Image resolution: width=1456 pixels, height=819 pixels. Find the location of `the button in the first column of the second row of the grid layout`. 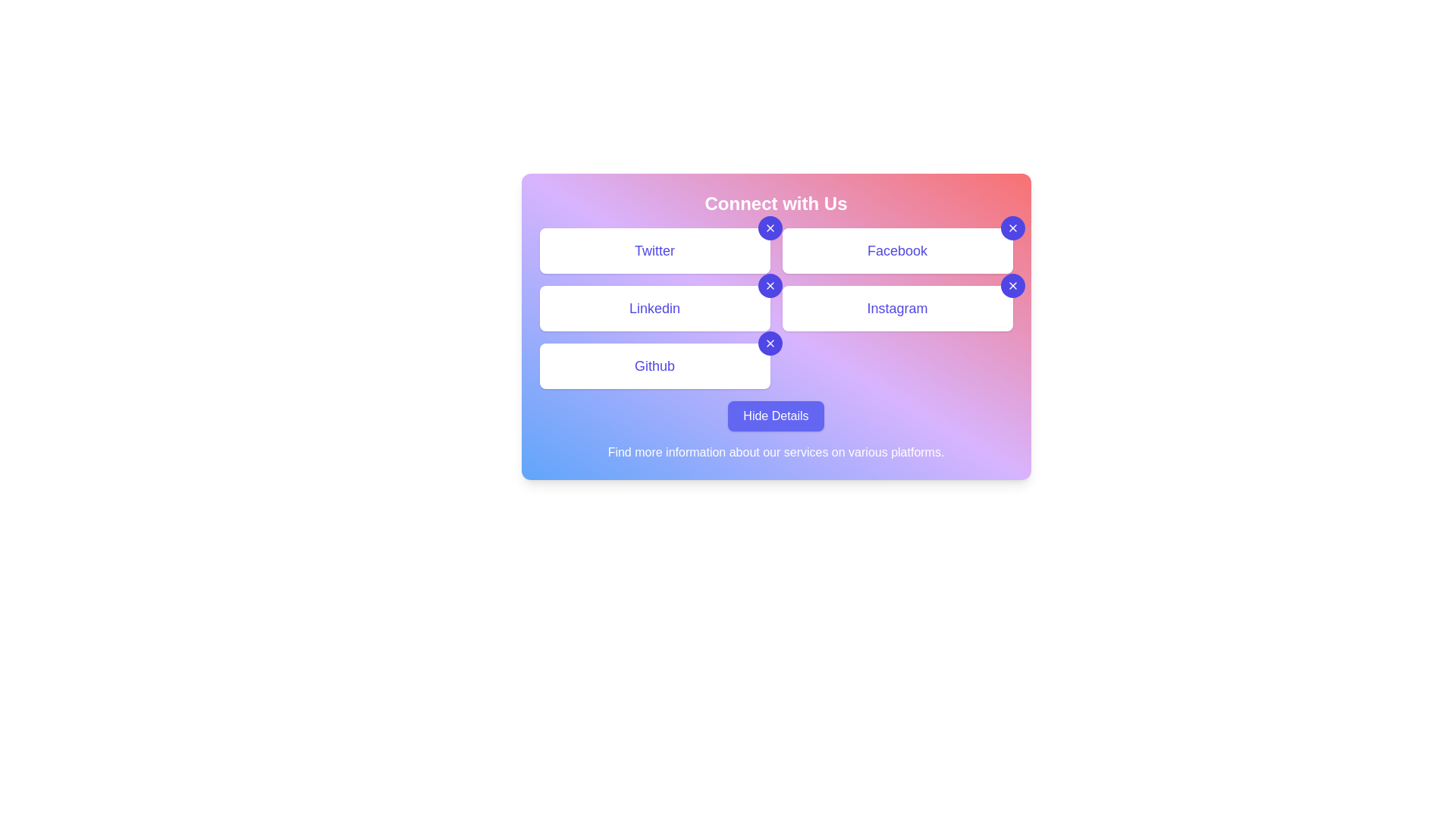

the button in the first column of the second row of the grid layout is located at coordinates (654, 308).